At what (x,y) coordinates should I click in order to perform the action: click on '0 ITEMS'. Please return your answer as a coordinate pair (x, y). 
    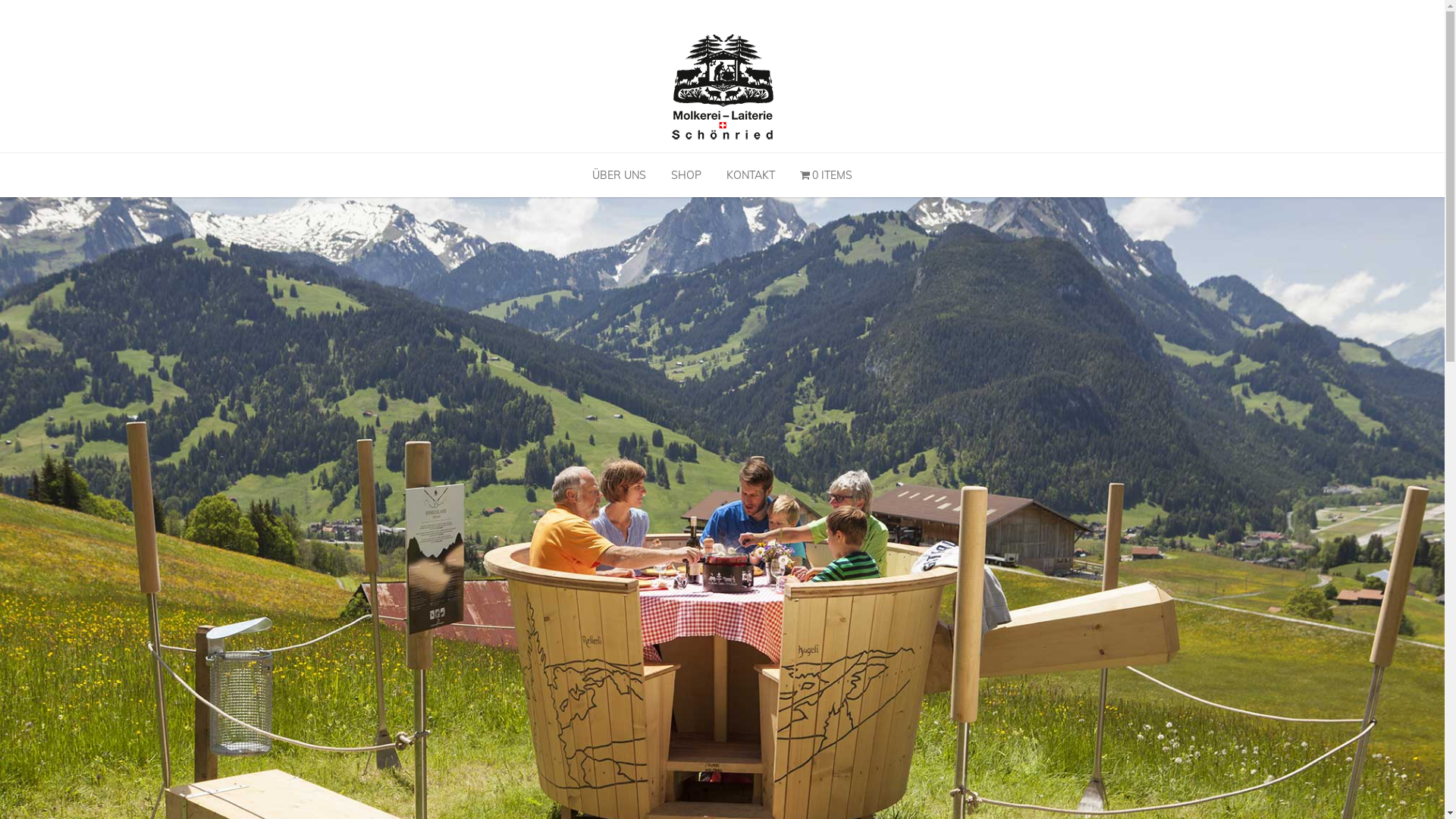
    Looking at the image, I should click on (825, 174).